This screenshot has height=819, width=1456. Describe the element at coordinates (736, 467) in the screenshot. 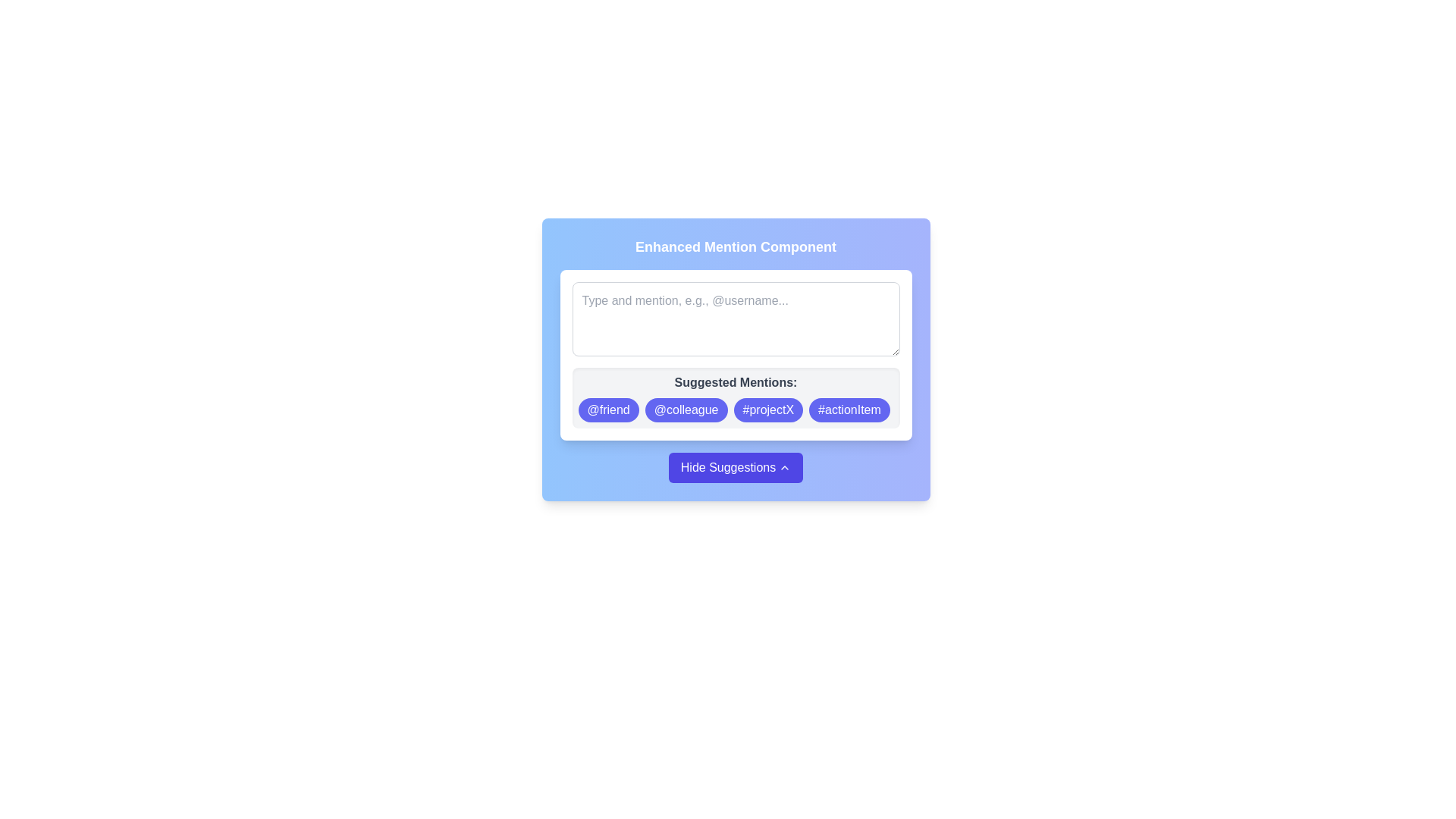

I see `the 'Hide Suggestions' button, which is a rectangular button with rounded corners, featuring a vivid indigo background and white text, located at the bottom of a card-like interface` at that location.